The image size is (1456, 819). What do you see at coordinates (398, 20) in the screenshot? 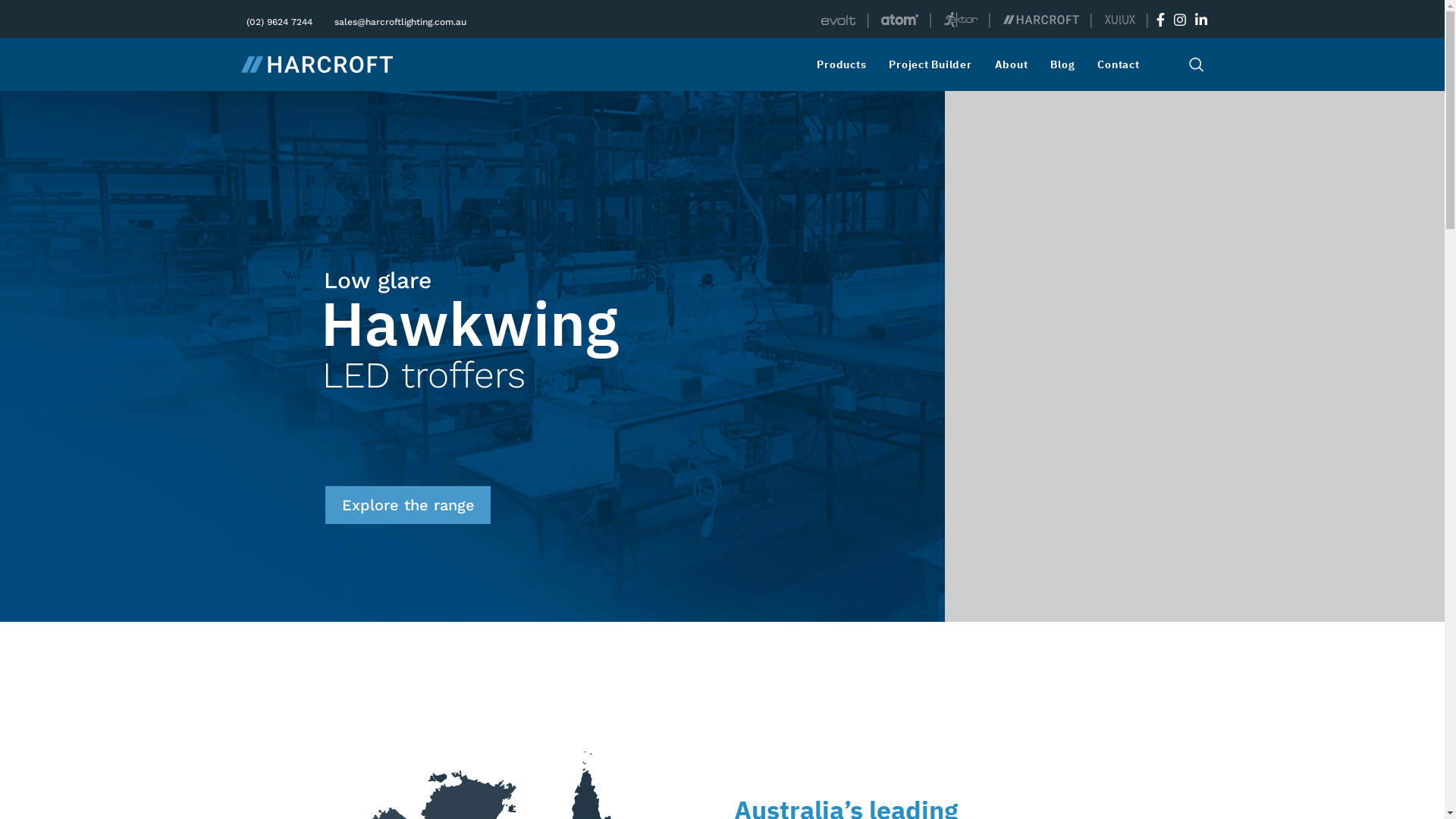
I see `'sales@harcroftlighting.com.au'` at bounding box center [398, 20].